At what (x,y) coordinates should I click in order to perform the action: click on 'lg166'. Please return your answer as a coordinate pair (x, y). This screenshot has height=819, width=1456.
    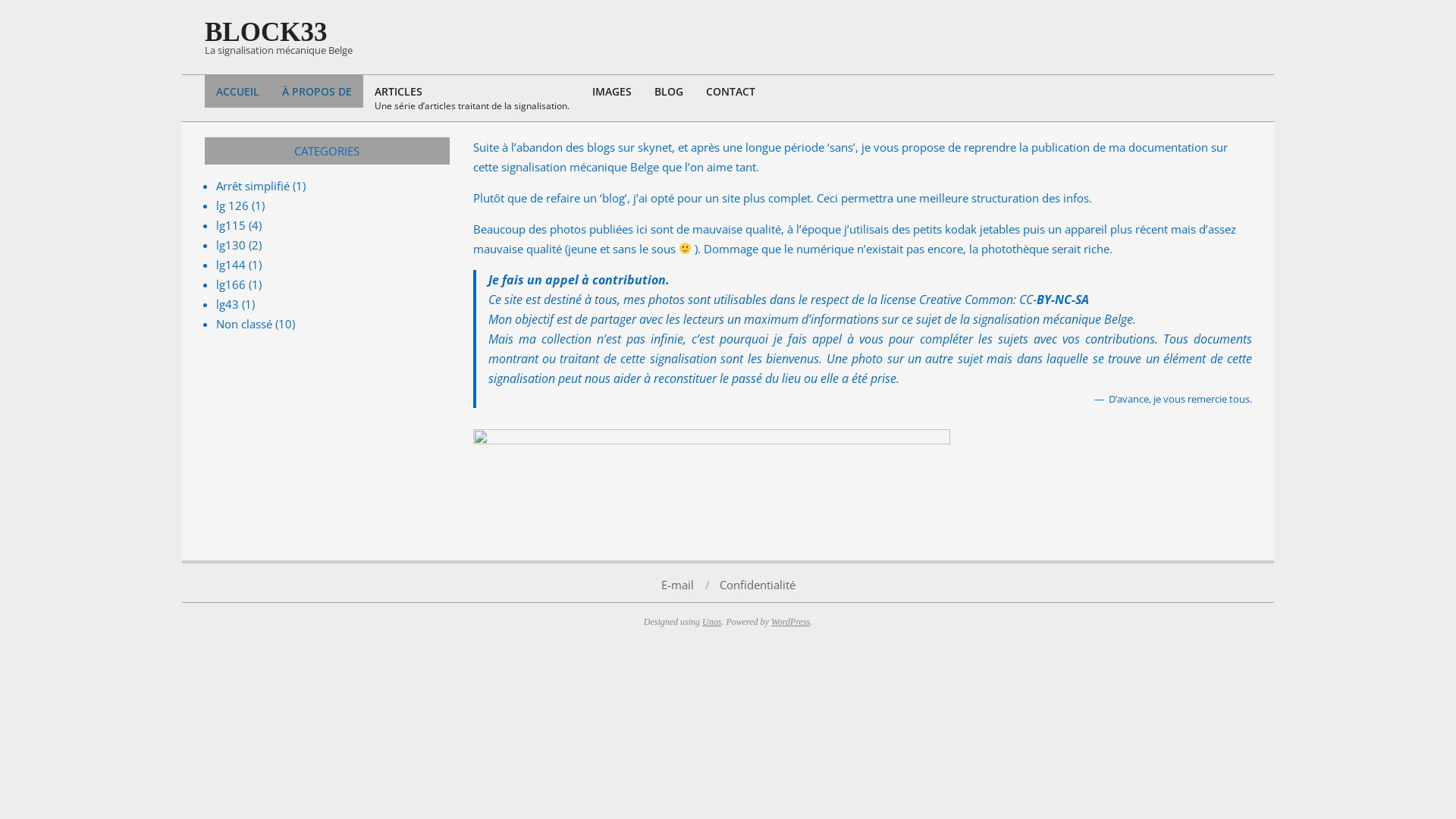
    Looking at the image, I should click on (230, 284).